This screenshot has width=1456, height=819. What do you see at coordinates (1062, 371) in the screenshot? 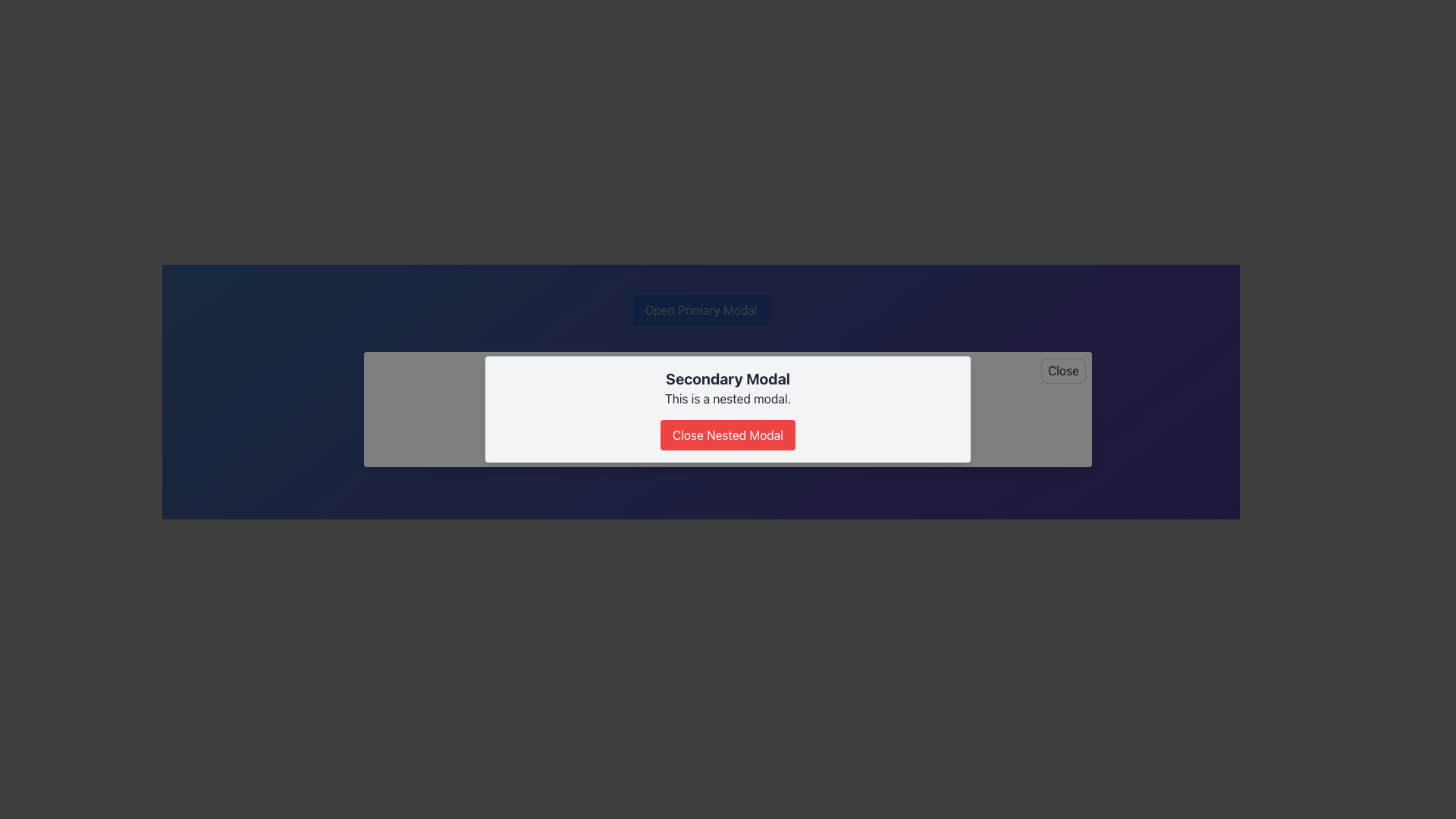
I see `the 'Close' button located in the top-right corner of the modal` at bounding box center [1062, 371].